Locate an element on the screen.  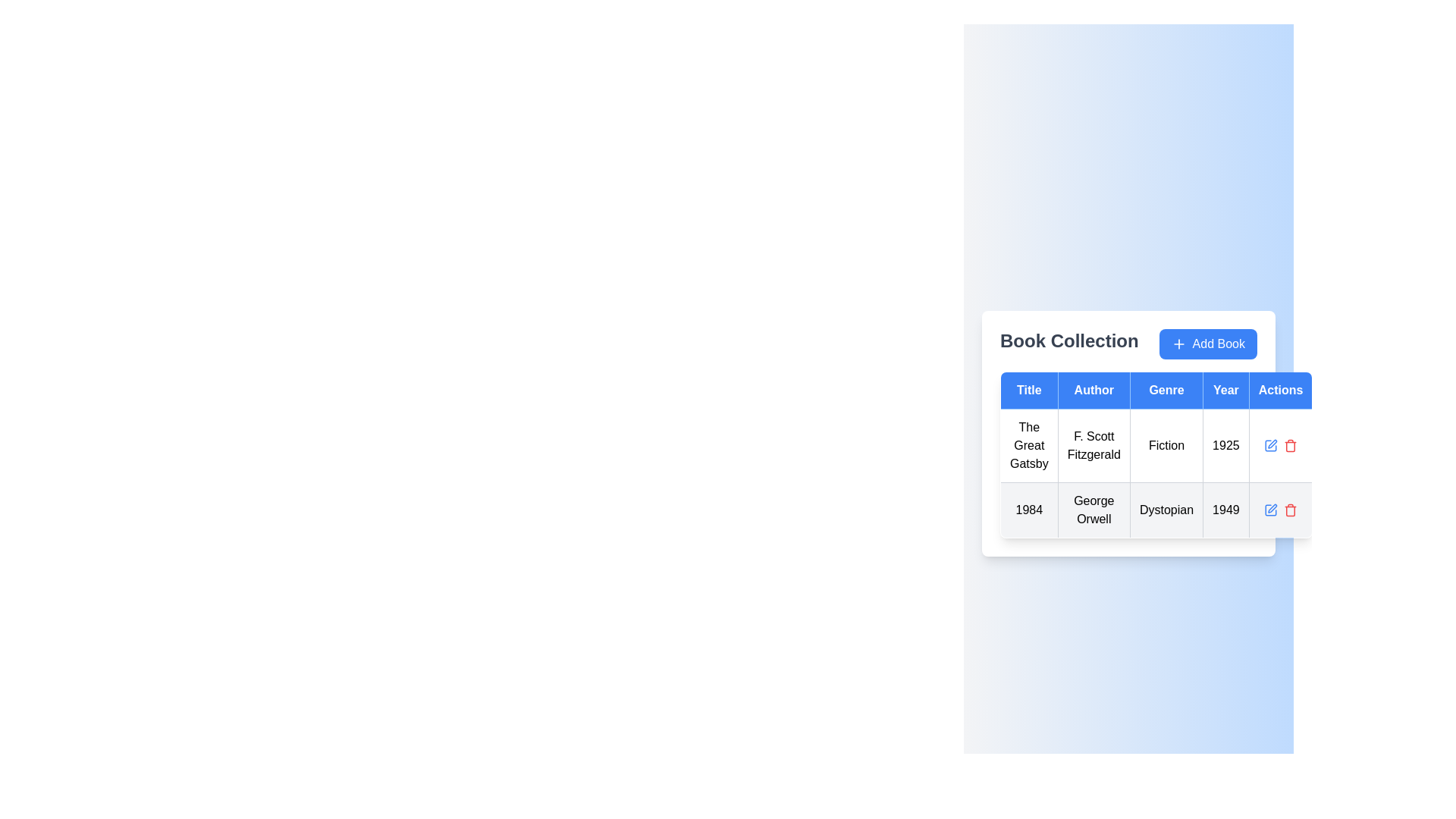
the Text Display Field displaying 'George Orwell', which is the second cell under the 'Author' header in the table for the book '1984' is located at coordinates (1094, 510).